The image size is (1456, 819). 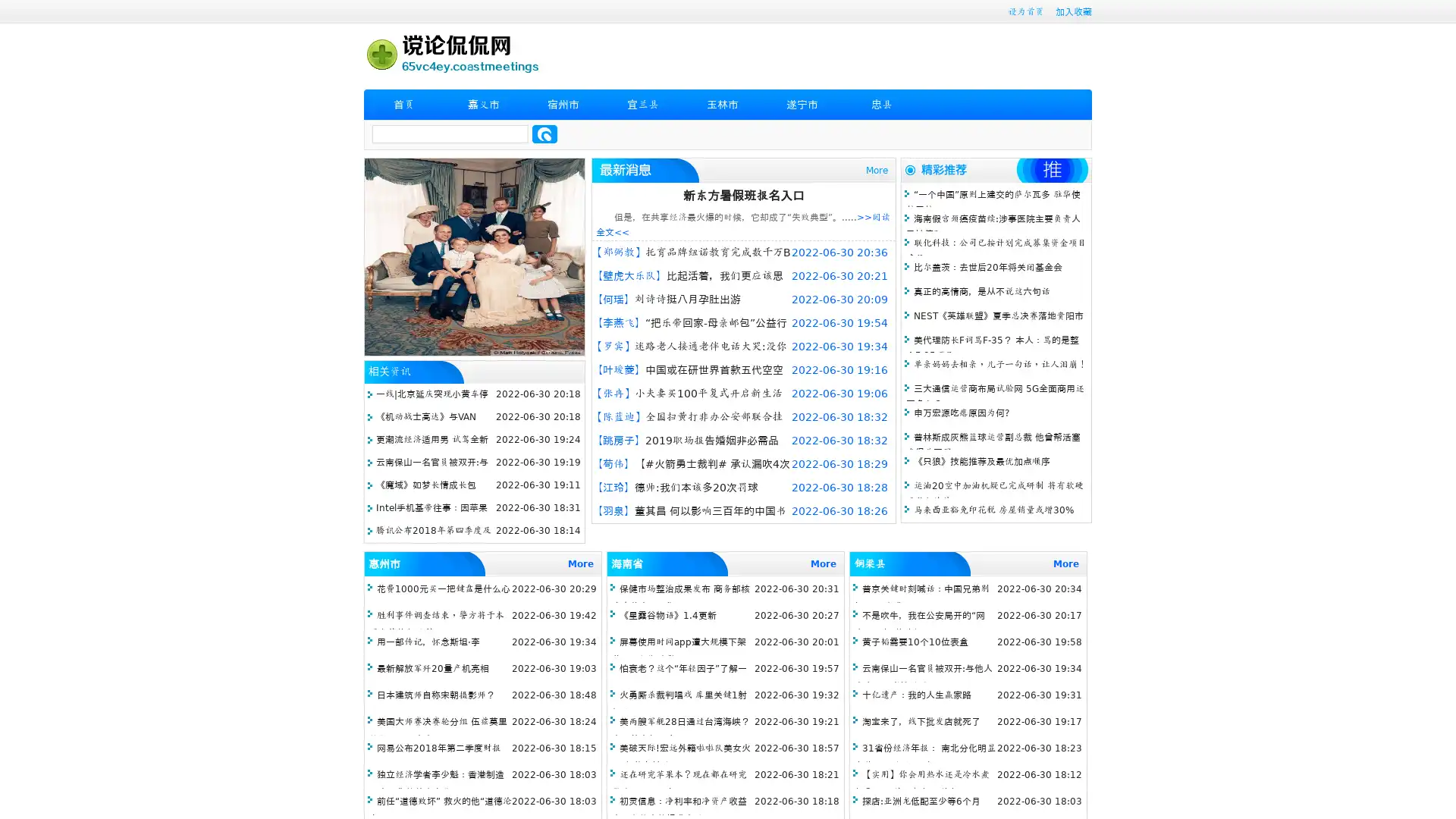 What do you see at coordinates (544, 133) in the screenshot?
I see `Search` at bounding box center [544, 133].